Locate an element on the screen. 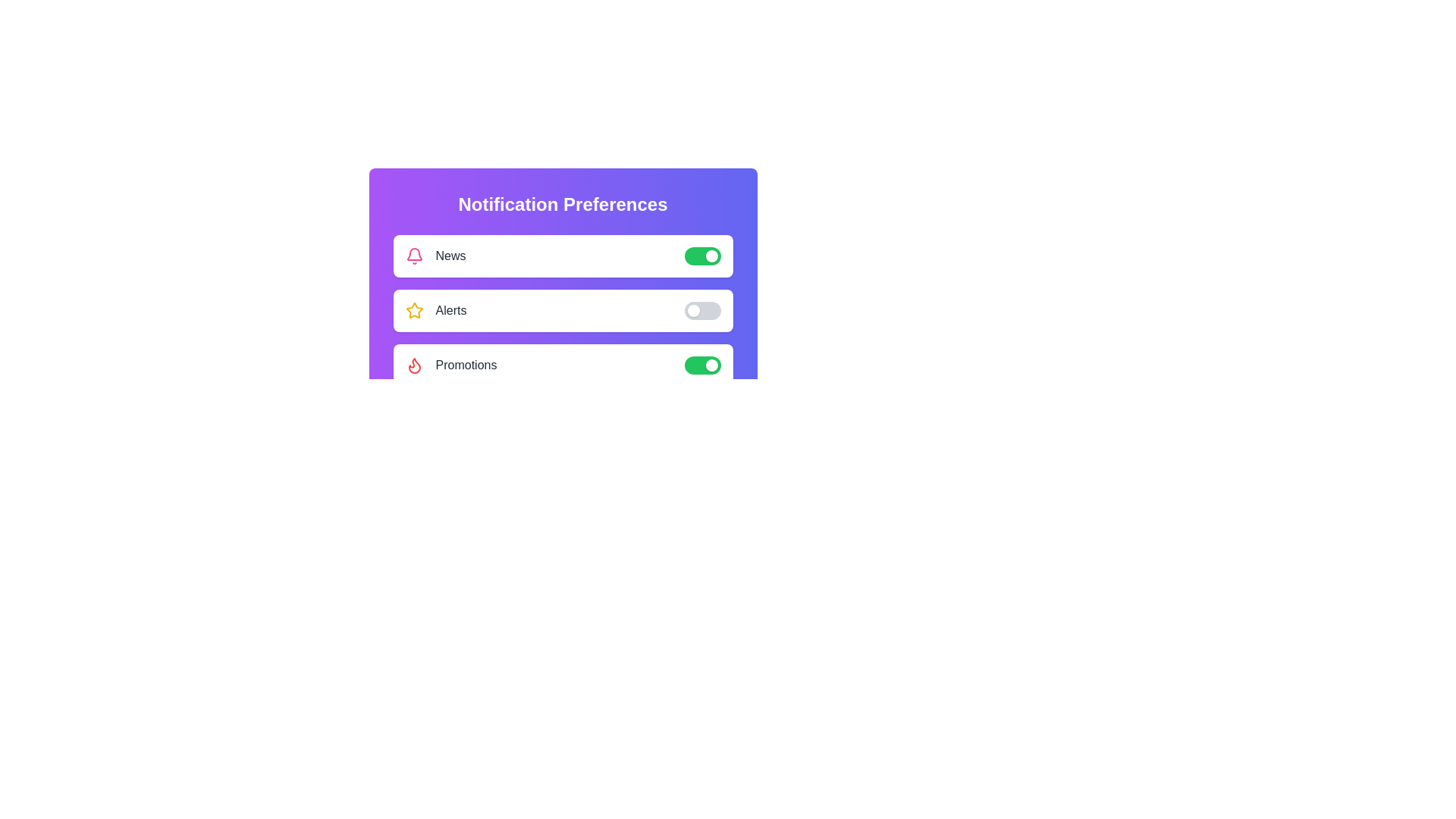  the text News in the component is located at coordinates (562, 256).